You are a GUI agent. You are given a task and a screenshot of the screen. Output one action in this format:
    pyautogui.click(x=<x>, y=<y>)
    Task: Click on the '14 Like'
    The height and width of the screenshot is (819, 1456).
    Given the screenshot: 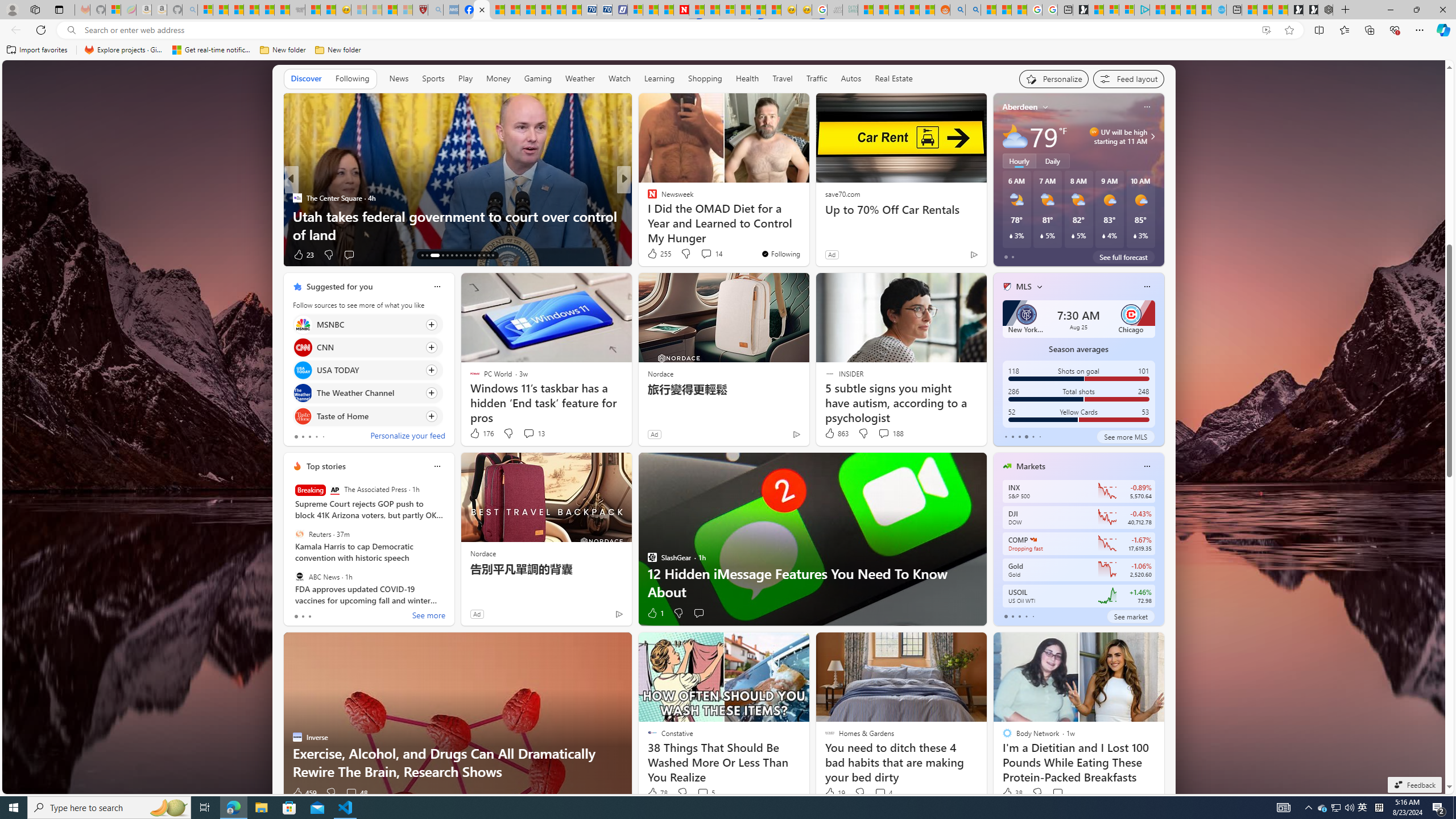 What is the action you would take?
    pyautogui.click(x=652, y=254)
    